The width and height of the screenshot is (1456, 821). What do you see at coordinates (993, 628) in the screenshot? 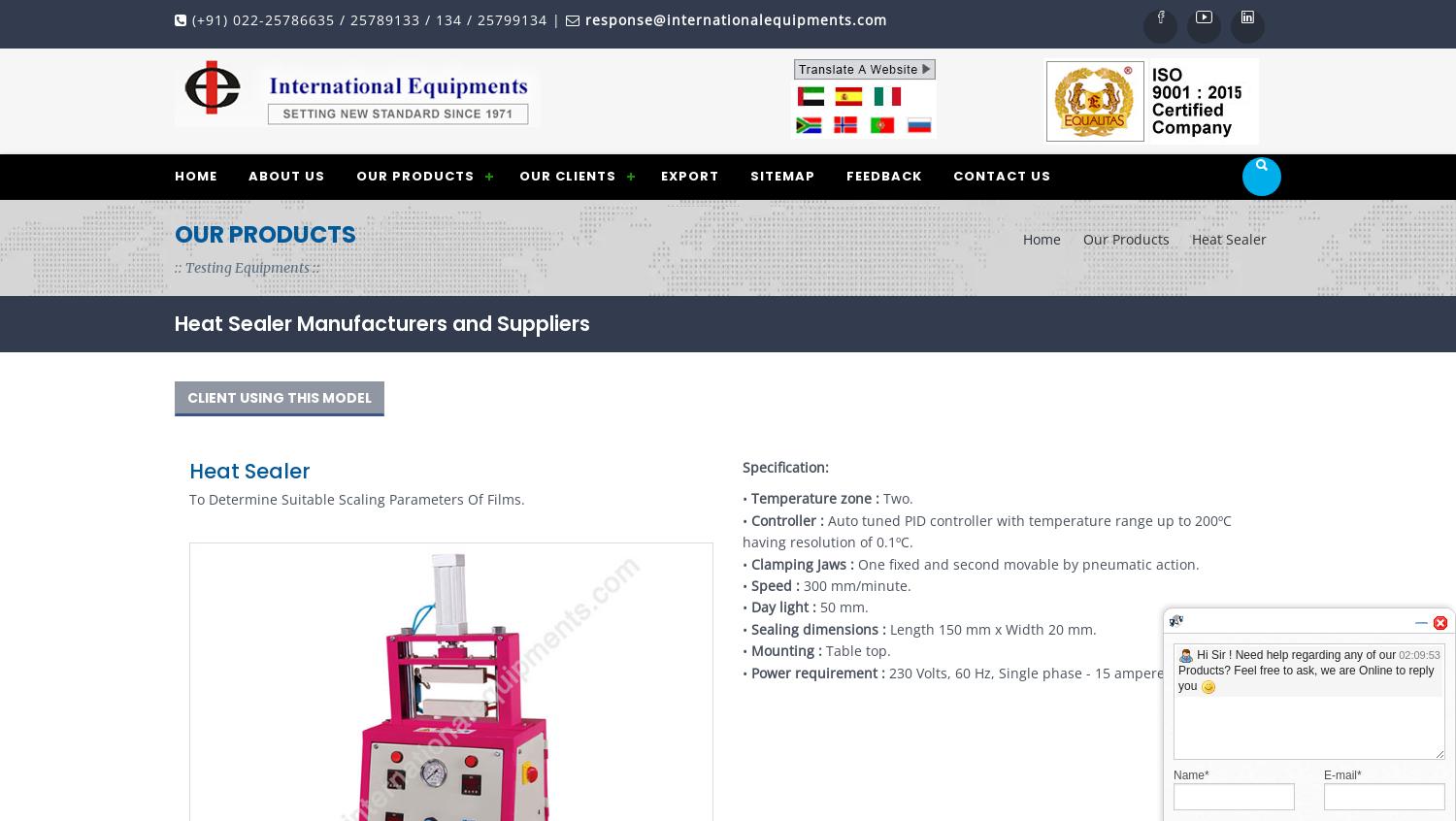
I see `'Length 150 mm x Width 20 mm.'` at bounding box center [993, 628].